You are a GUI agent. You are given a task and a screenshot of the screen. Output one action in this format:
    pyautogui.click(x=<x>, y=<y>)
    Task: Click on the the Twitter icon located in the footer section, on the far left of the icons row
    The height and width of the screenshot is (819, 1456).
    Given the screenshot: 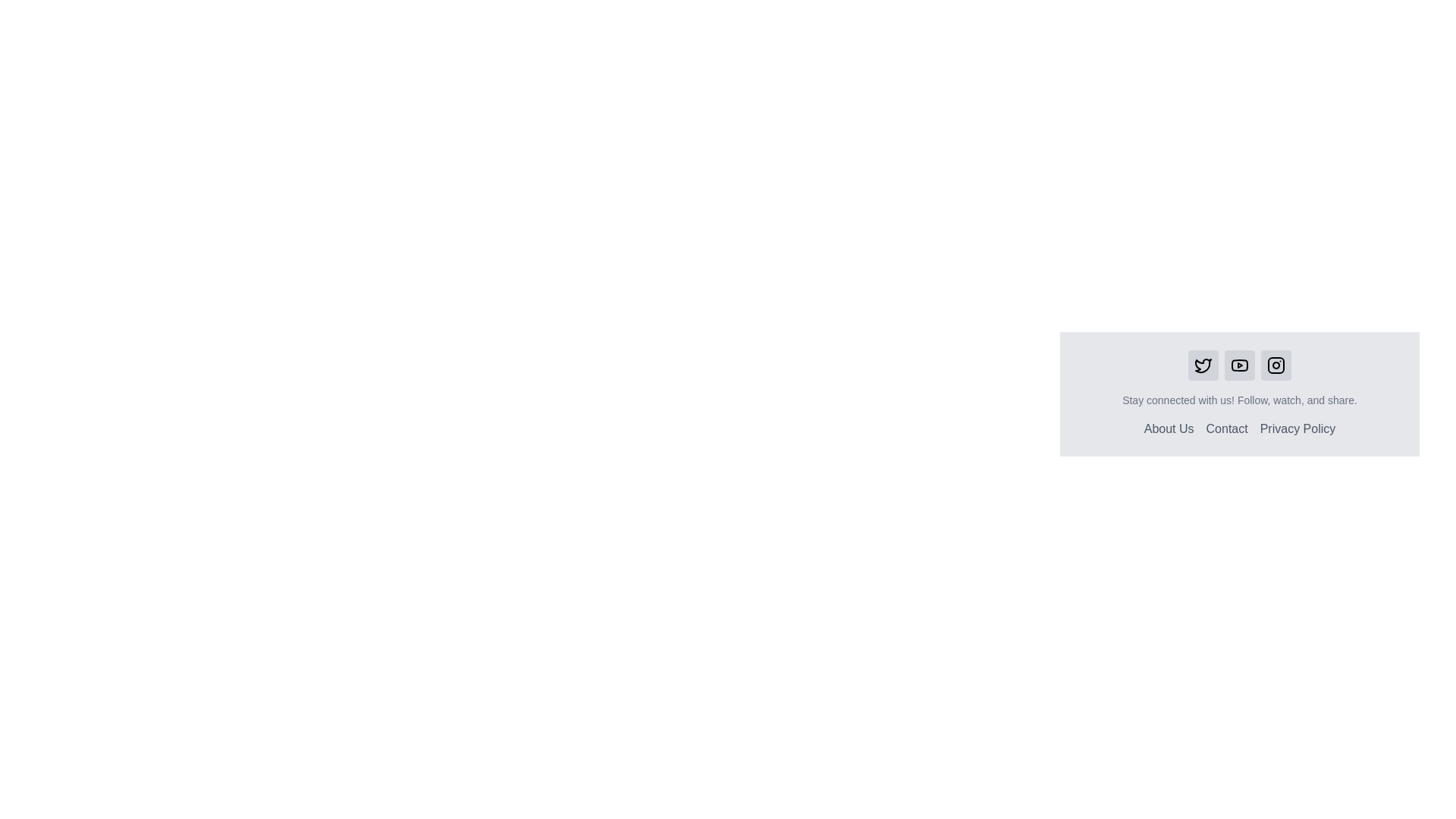 What is the action you would take?
    pyautogui.click(x=1203, y=366)
    